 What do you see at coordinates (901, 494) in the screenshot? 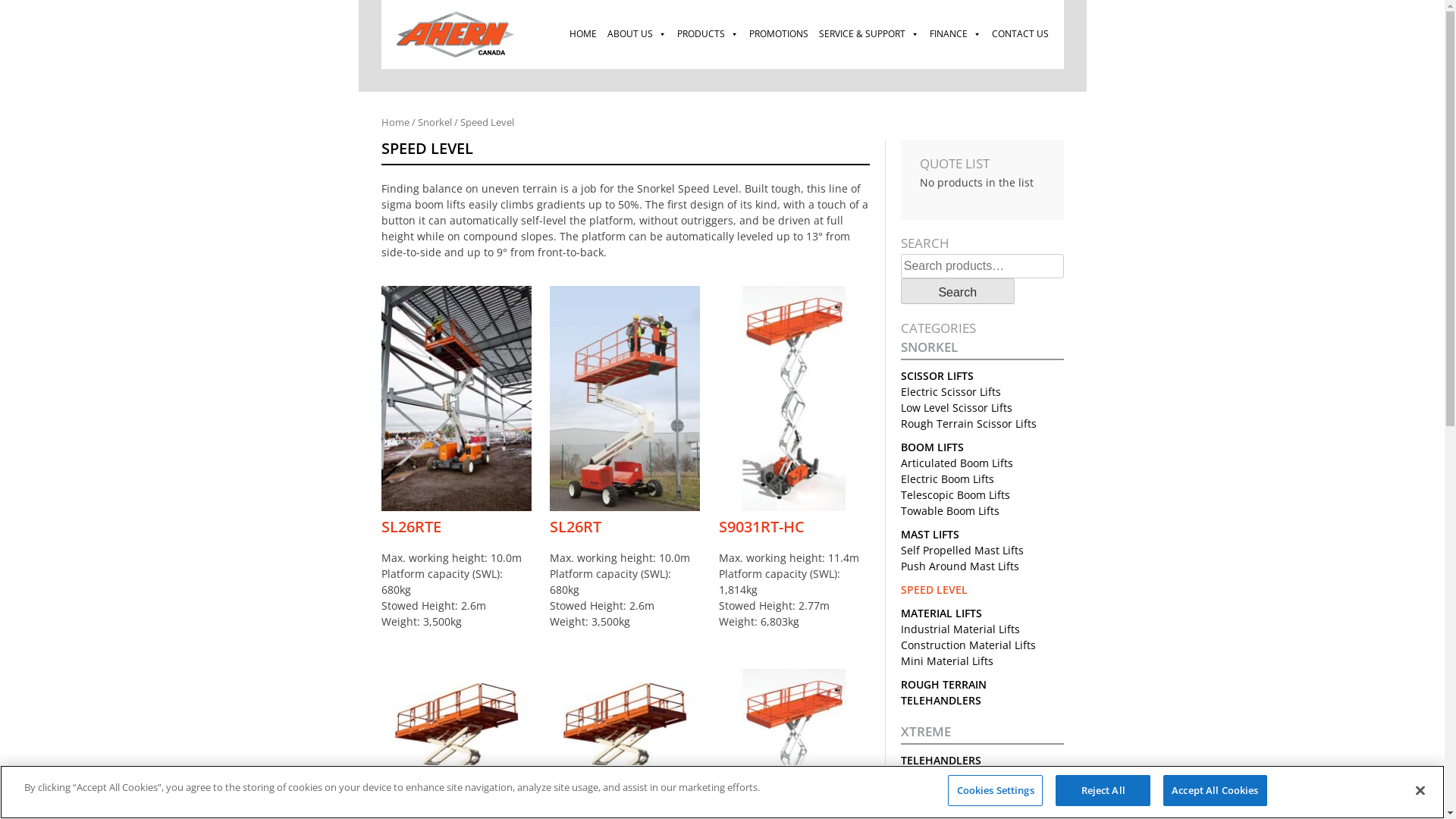
I see `'Telescopic Boom Lifts'` at bounding box center [901, 494].